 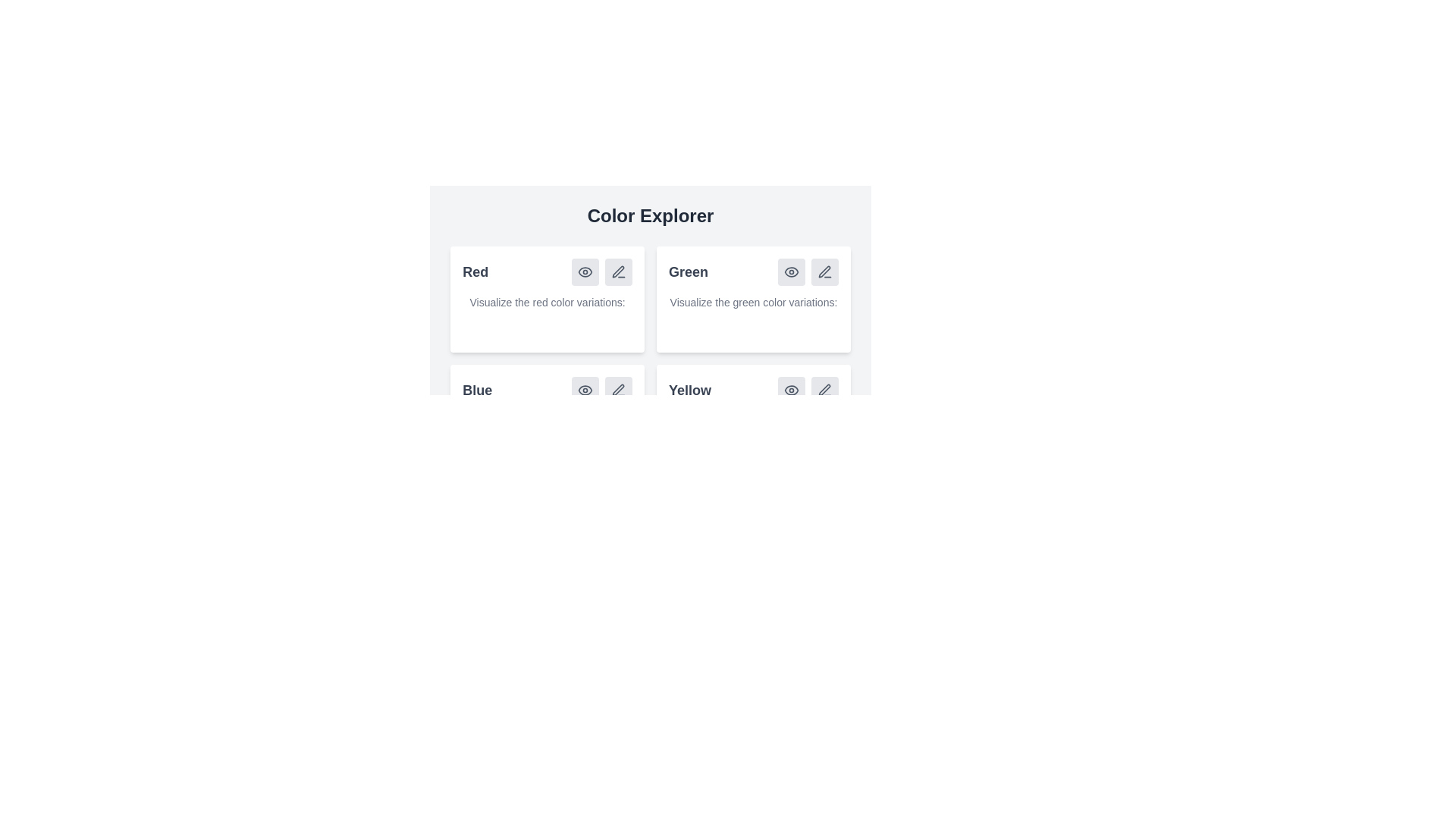 What do you see at coordinates (824, 271) in the screenshot?
I see `the gray pen icon located in the Green section to initiate editing` at bounding box center [824, 271].